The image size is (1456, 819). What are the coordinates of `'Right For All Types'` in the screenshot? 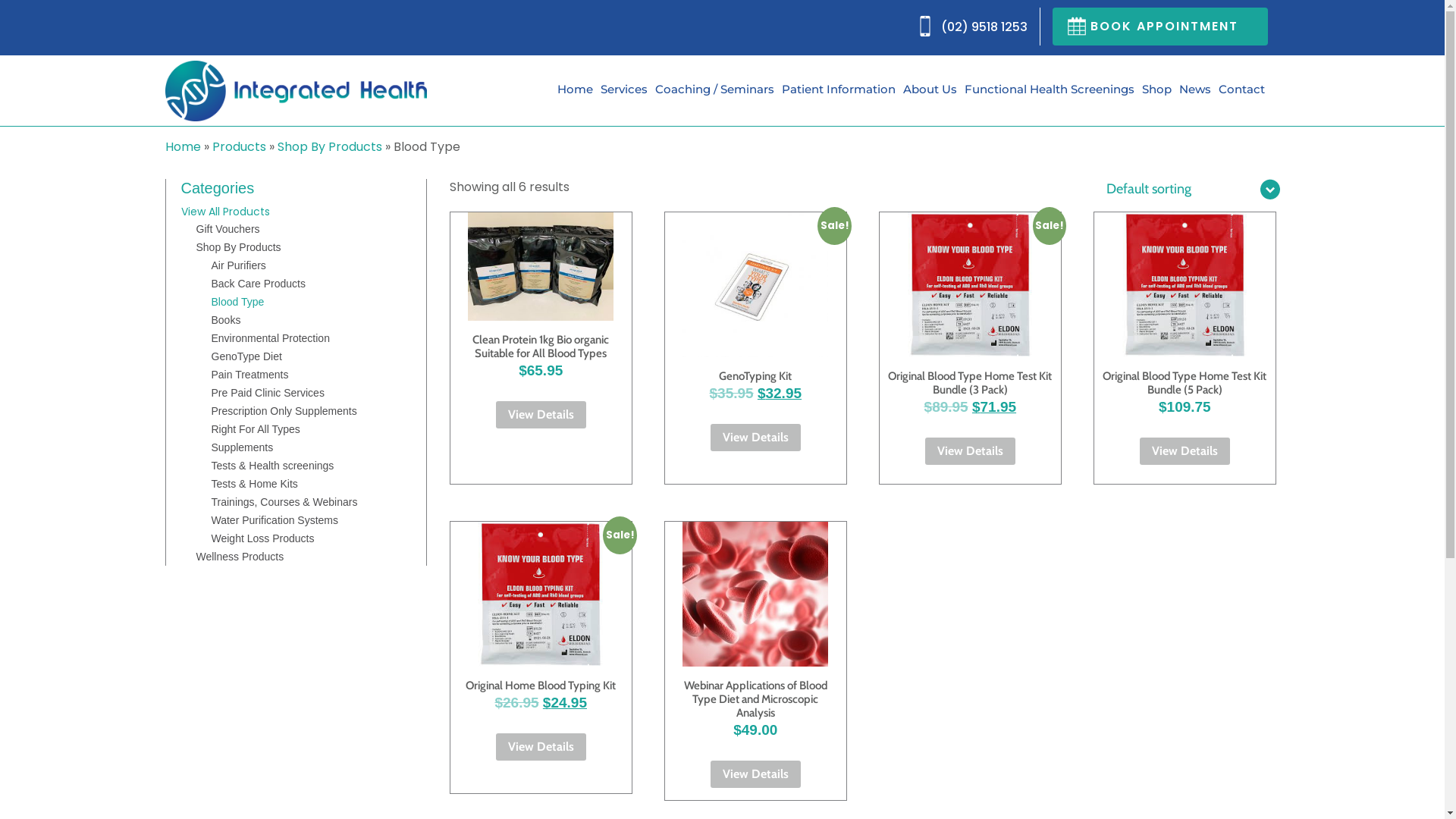 It's located at (255, 429).